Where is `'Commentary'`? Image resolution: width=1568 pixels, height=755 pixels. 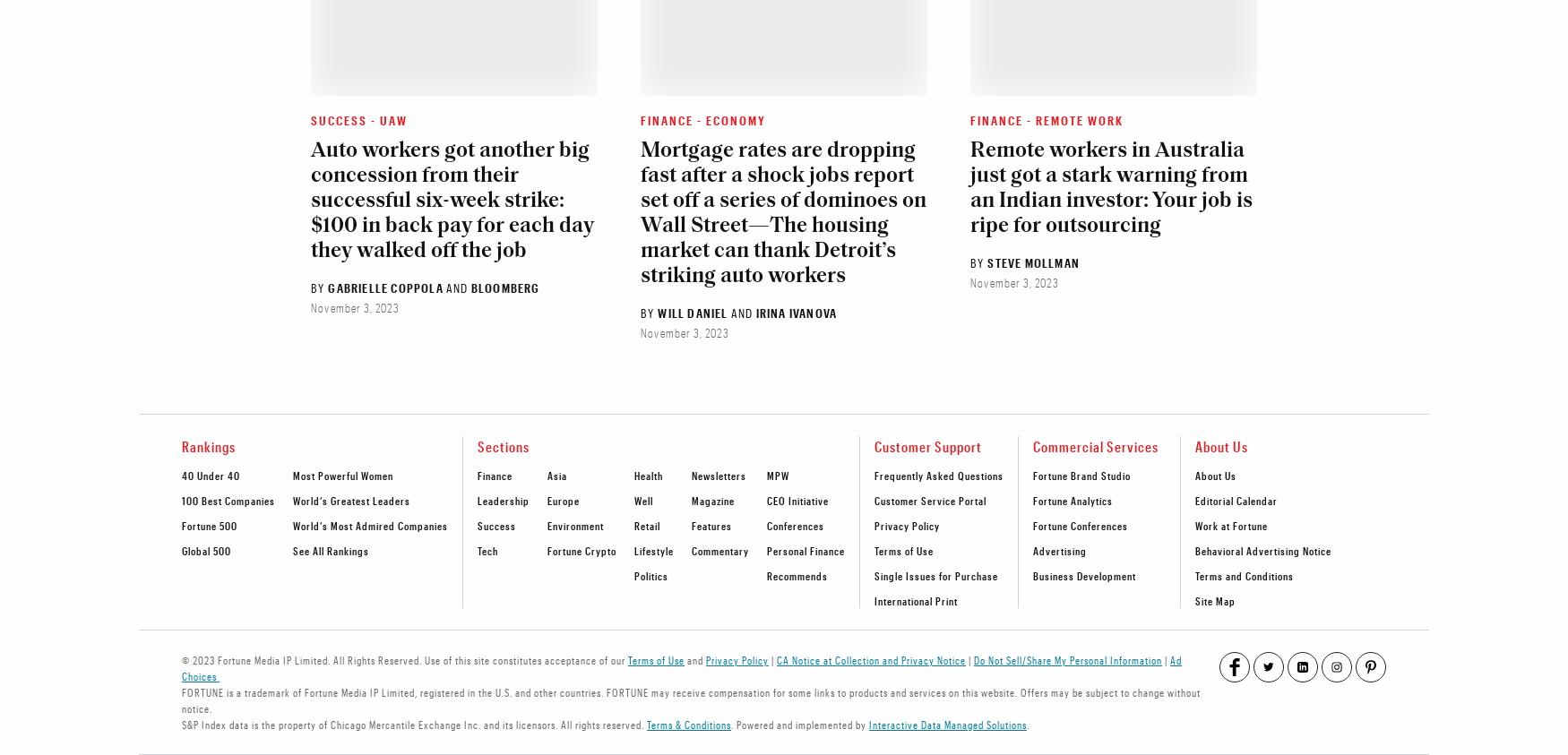 'Commentary' is located at coordinates (690, 549).